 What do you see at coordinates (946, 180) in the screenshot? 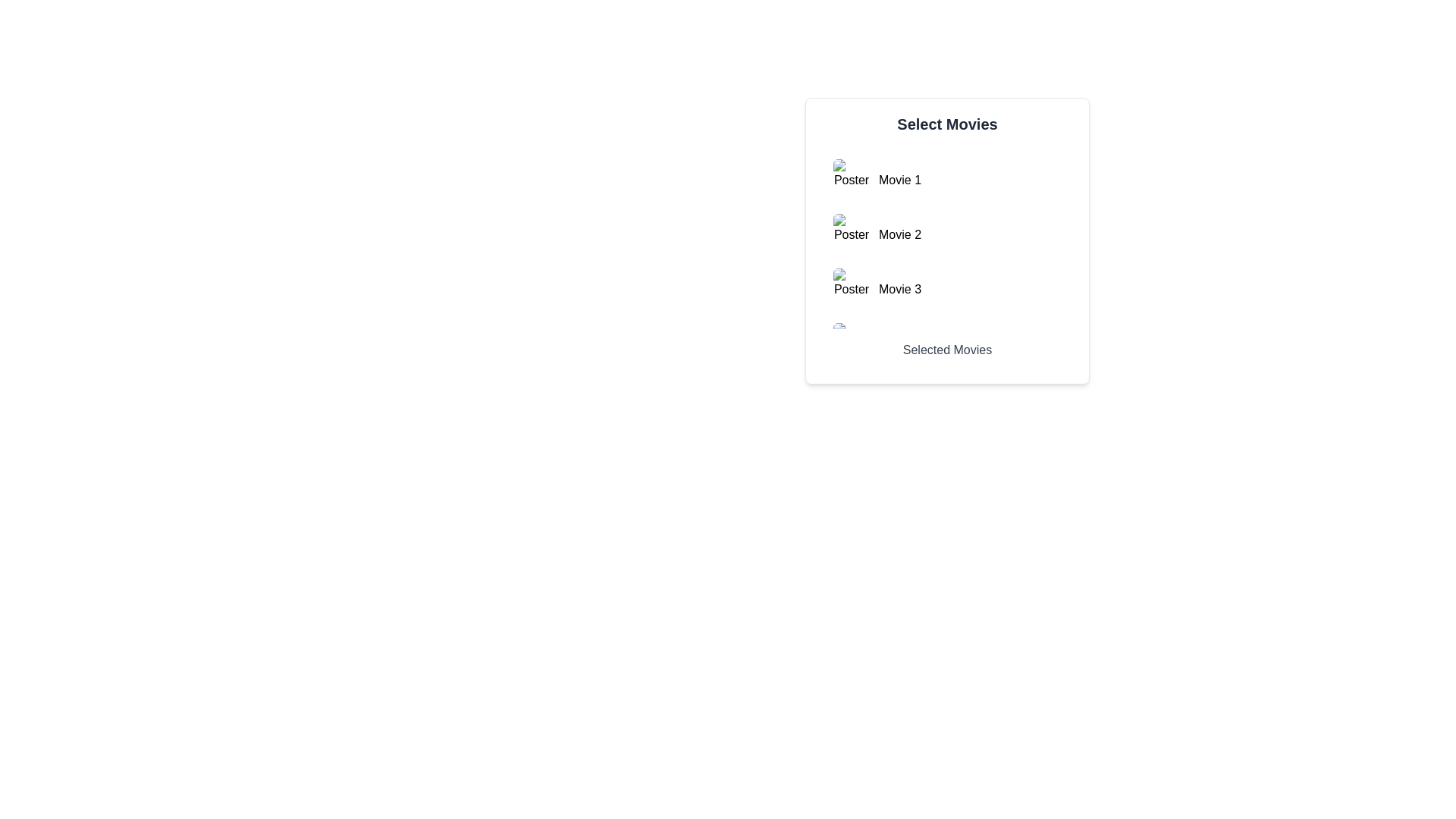
I see `the list item displaying 'Movie 1' with the poster image` at bounding box center [946, 180].